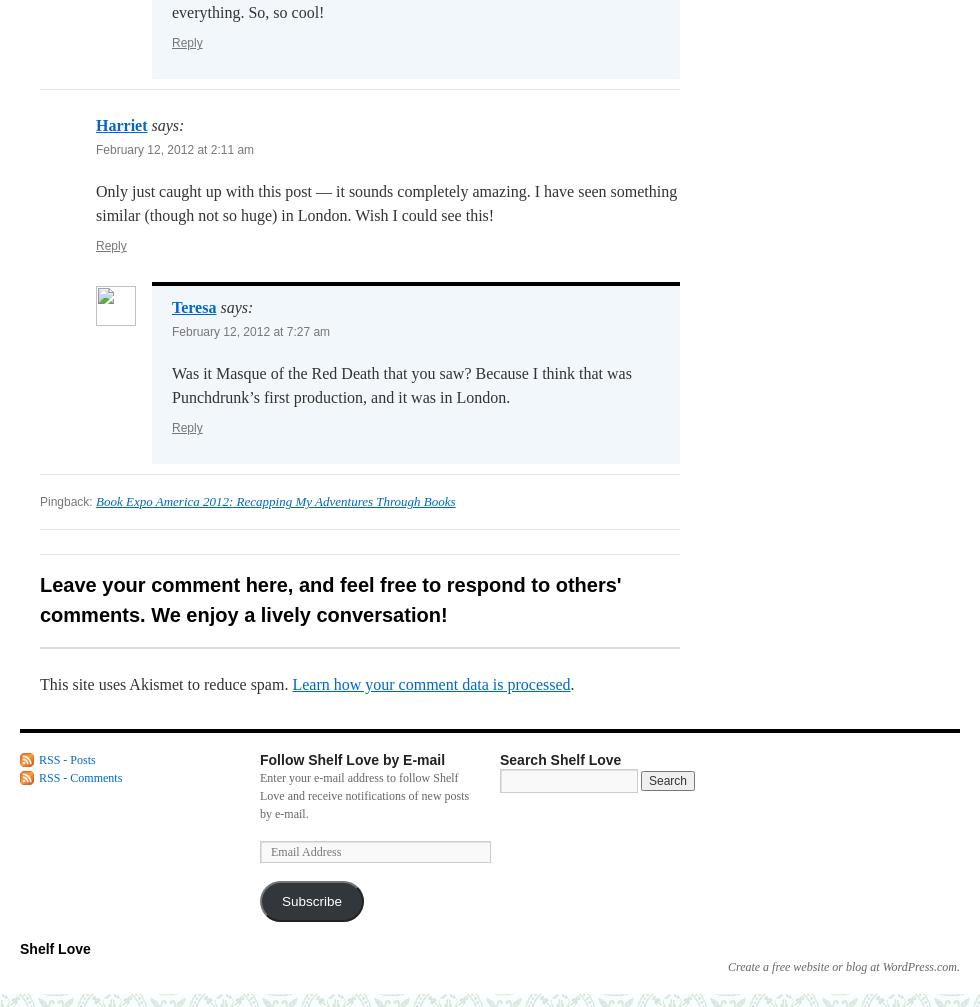 This screenshot has width=980, height=1007. What do you see at coordinates (364, 795) in the screenshot?
I see `'Enter your e-mail address to follow Shelf Love and receive notifications of new posts by e-mail.'` at bounding box center [364, 795].